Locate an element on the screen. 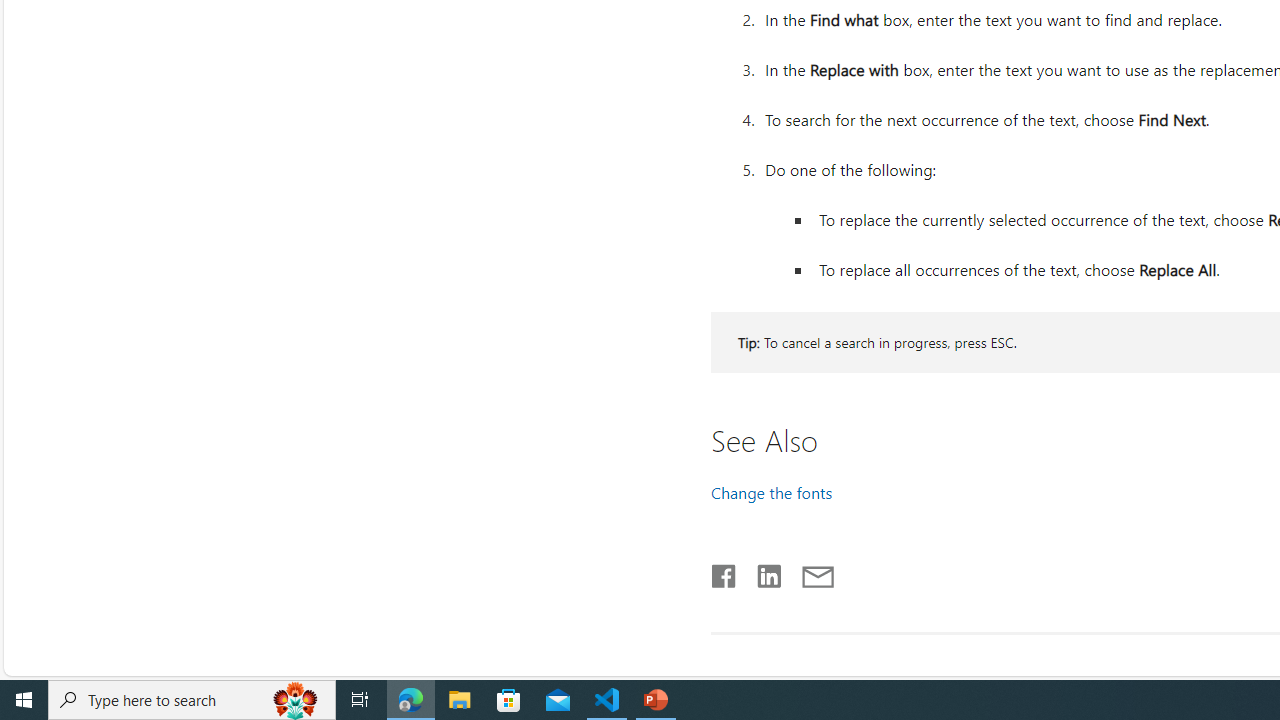 Image resolution: width=1280 pixels, height=720 pixels. 'Share on Facebook' is located at coordinates (723, 572).